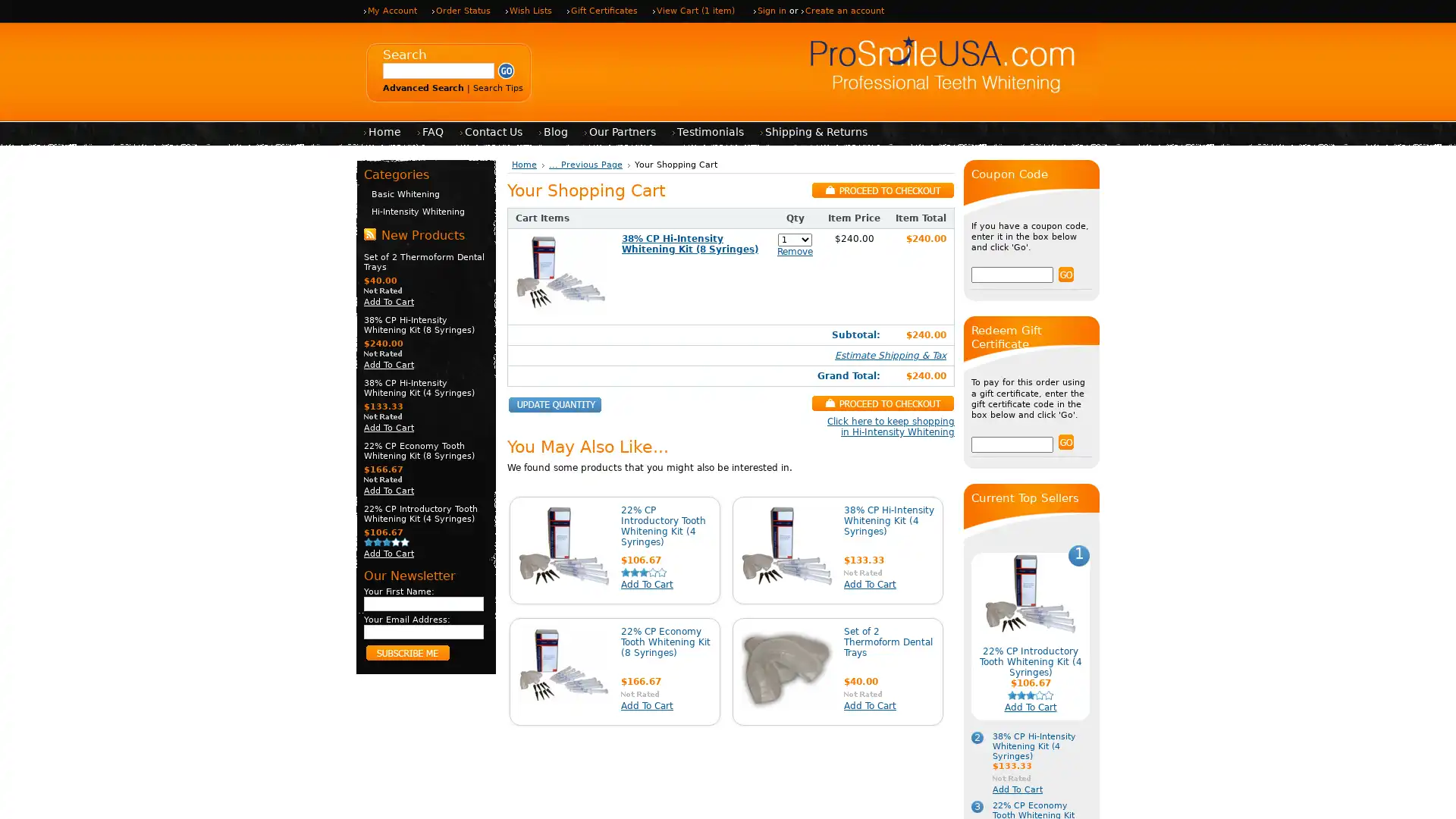 The image size is (1456, 819). I want to click on Go, so click(1065, 275).